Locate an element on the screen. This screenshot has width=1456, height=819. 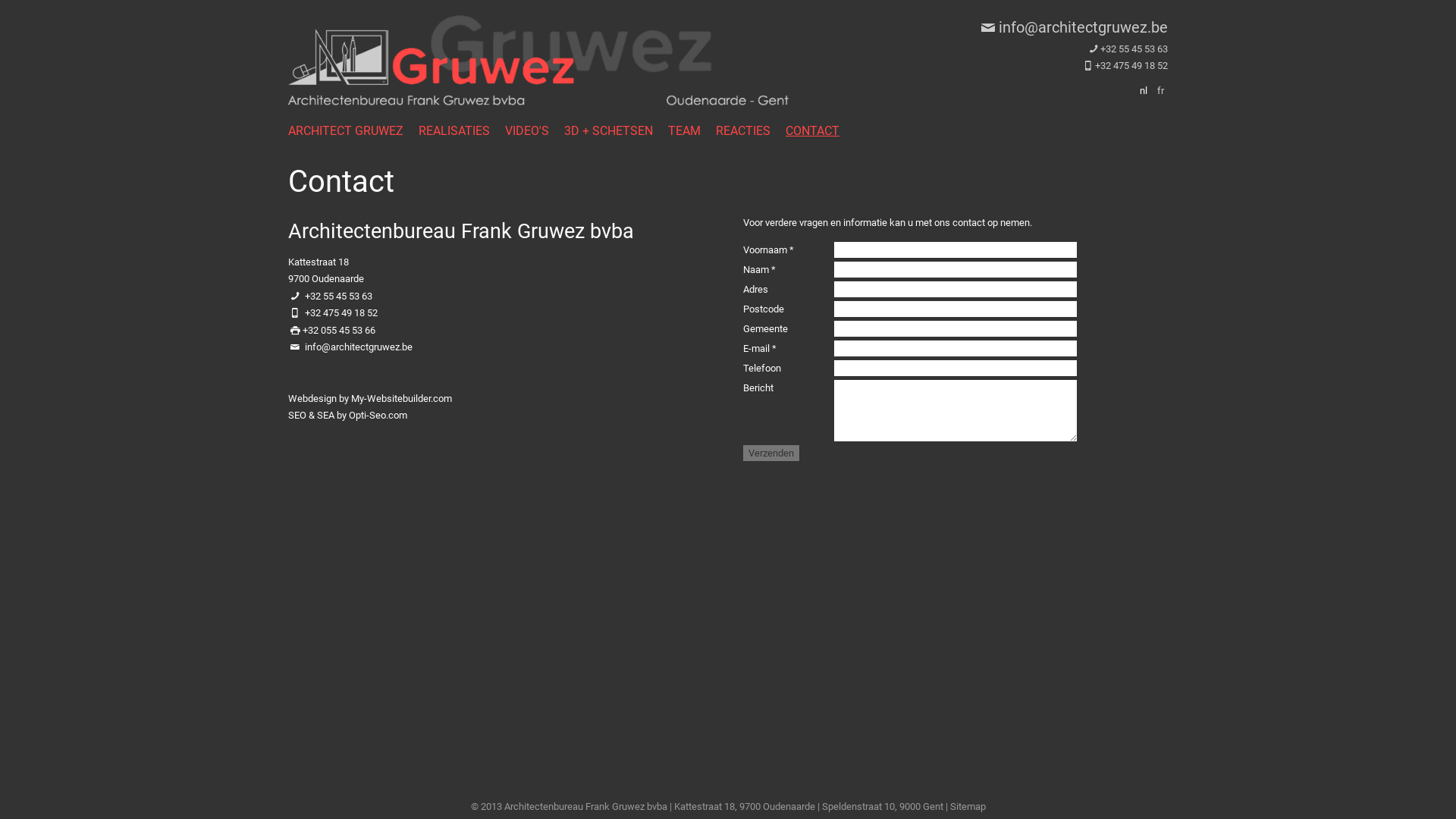
'My-Websitebuilder.com' is located at coordinates (401, 397).